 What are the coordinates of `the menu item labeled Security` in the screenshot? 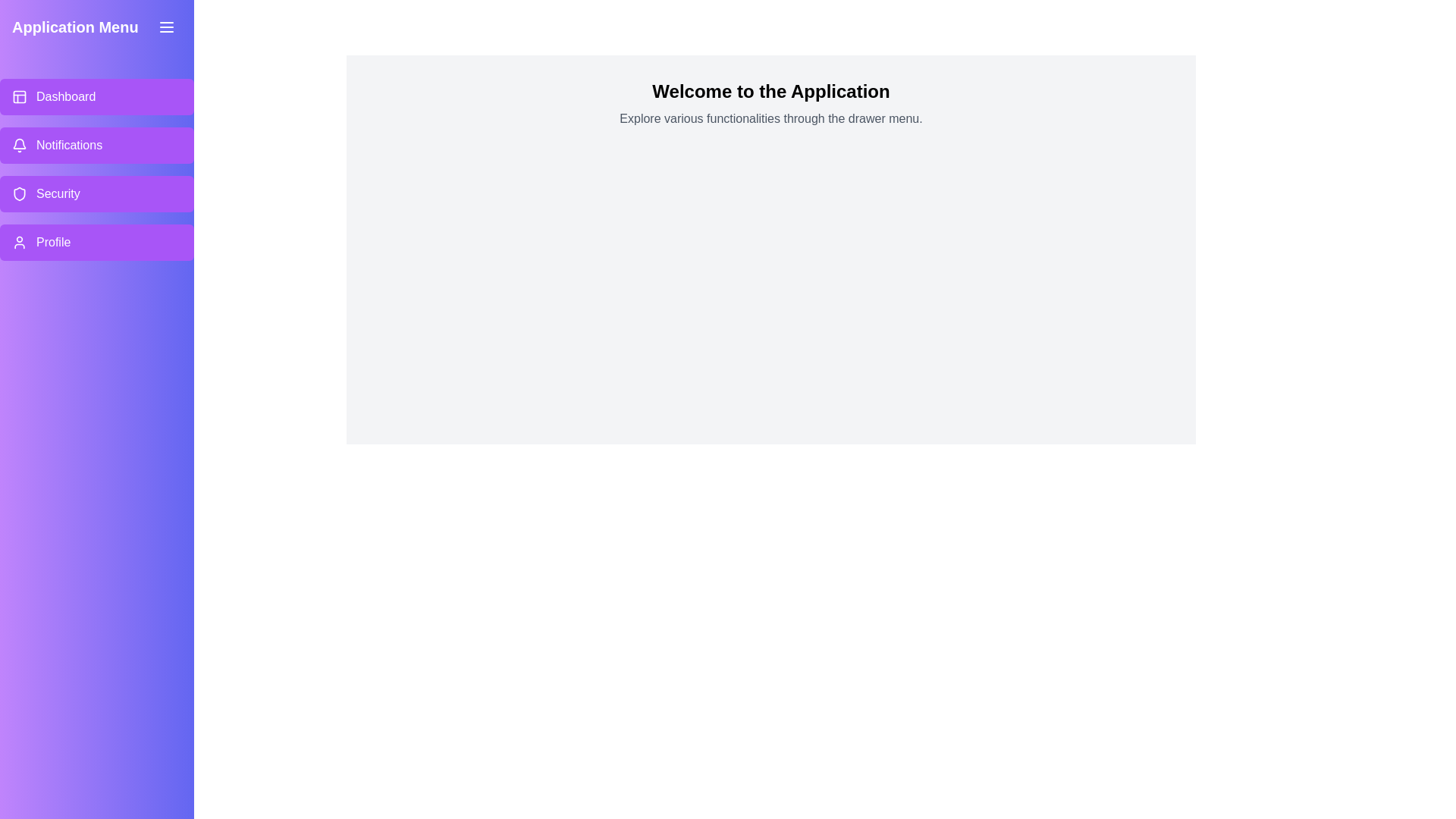 It's located at (96, 193).